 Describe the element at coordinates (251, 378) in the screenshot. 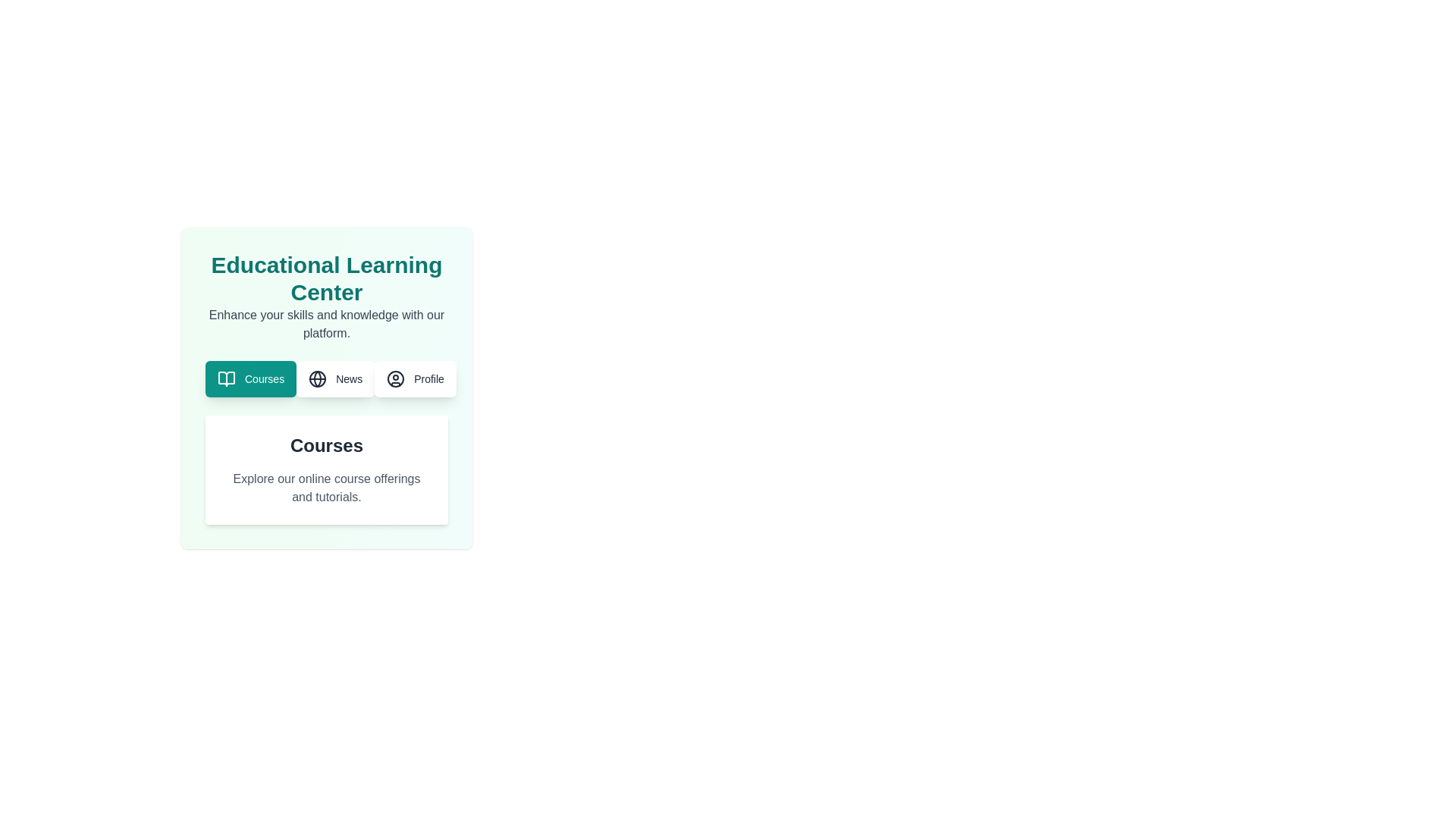

I see `the Courses tab button to navigate to the corresponding section` at that location.